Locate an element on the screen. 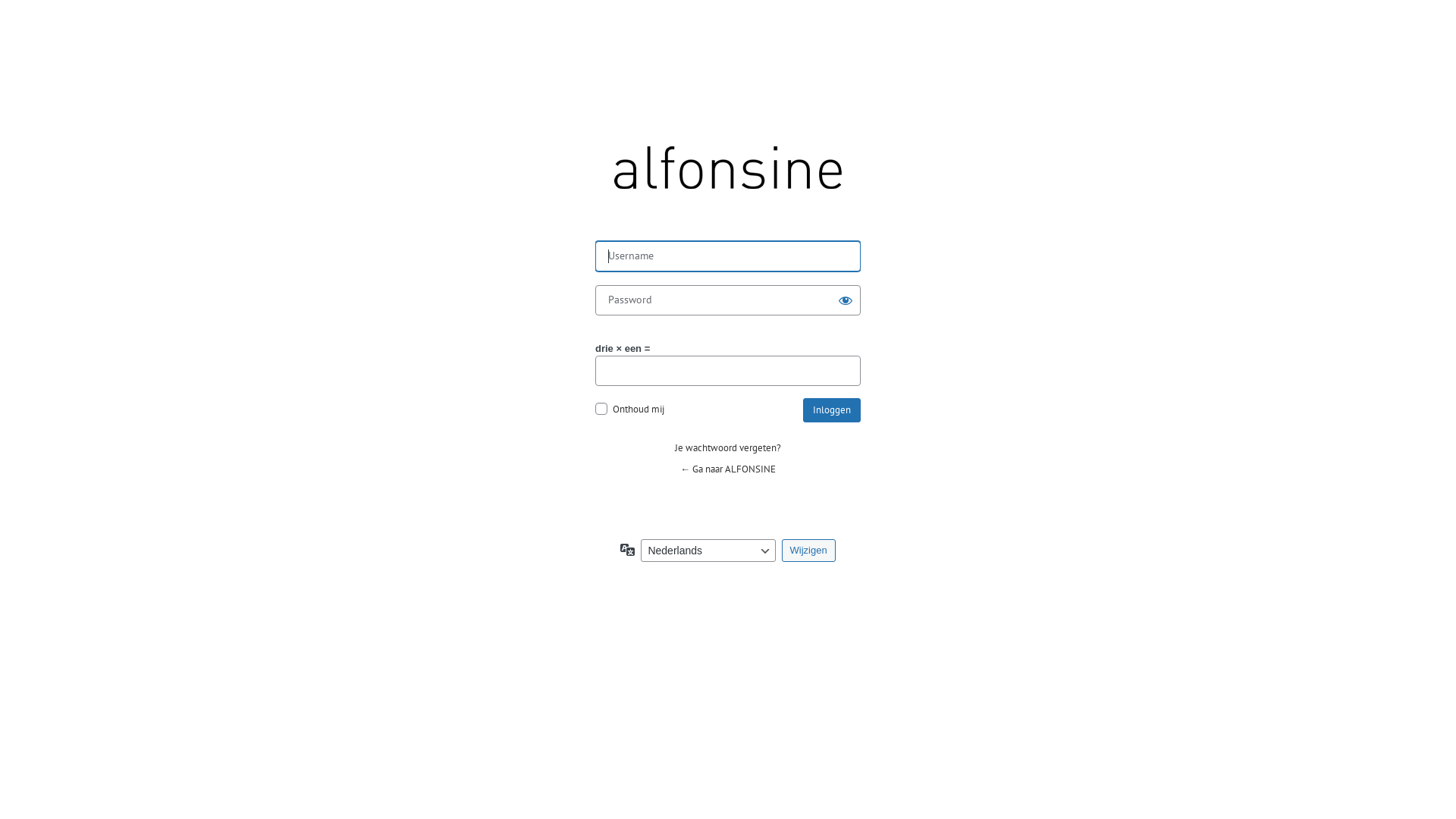  'ALFONSINE | En nog een WordPress site' is located at coordinates (728, 175).